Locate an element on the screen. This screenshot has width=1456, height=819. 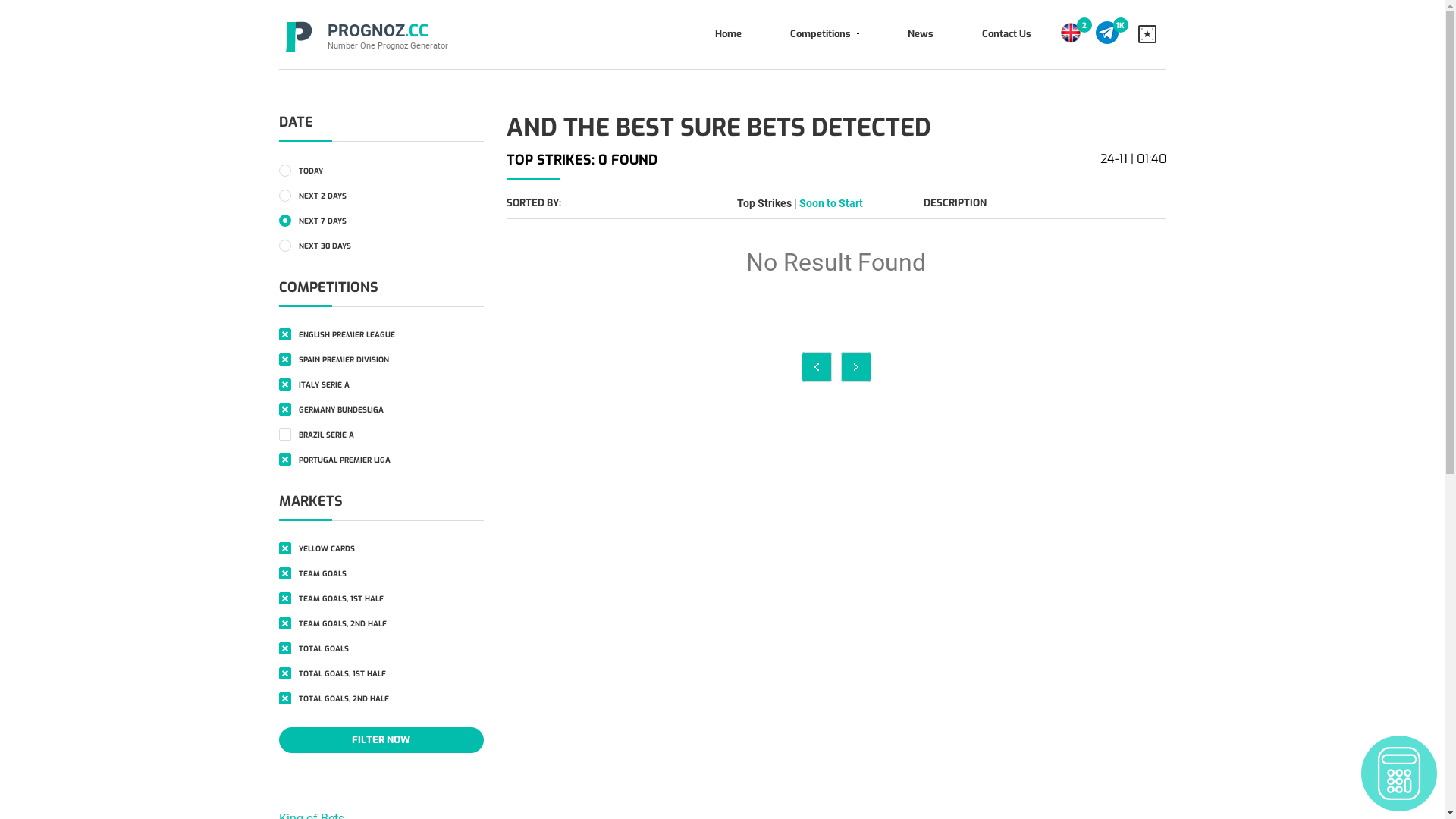
'NEXT 30 DAYS' is located at coordinates (279, 244).